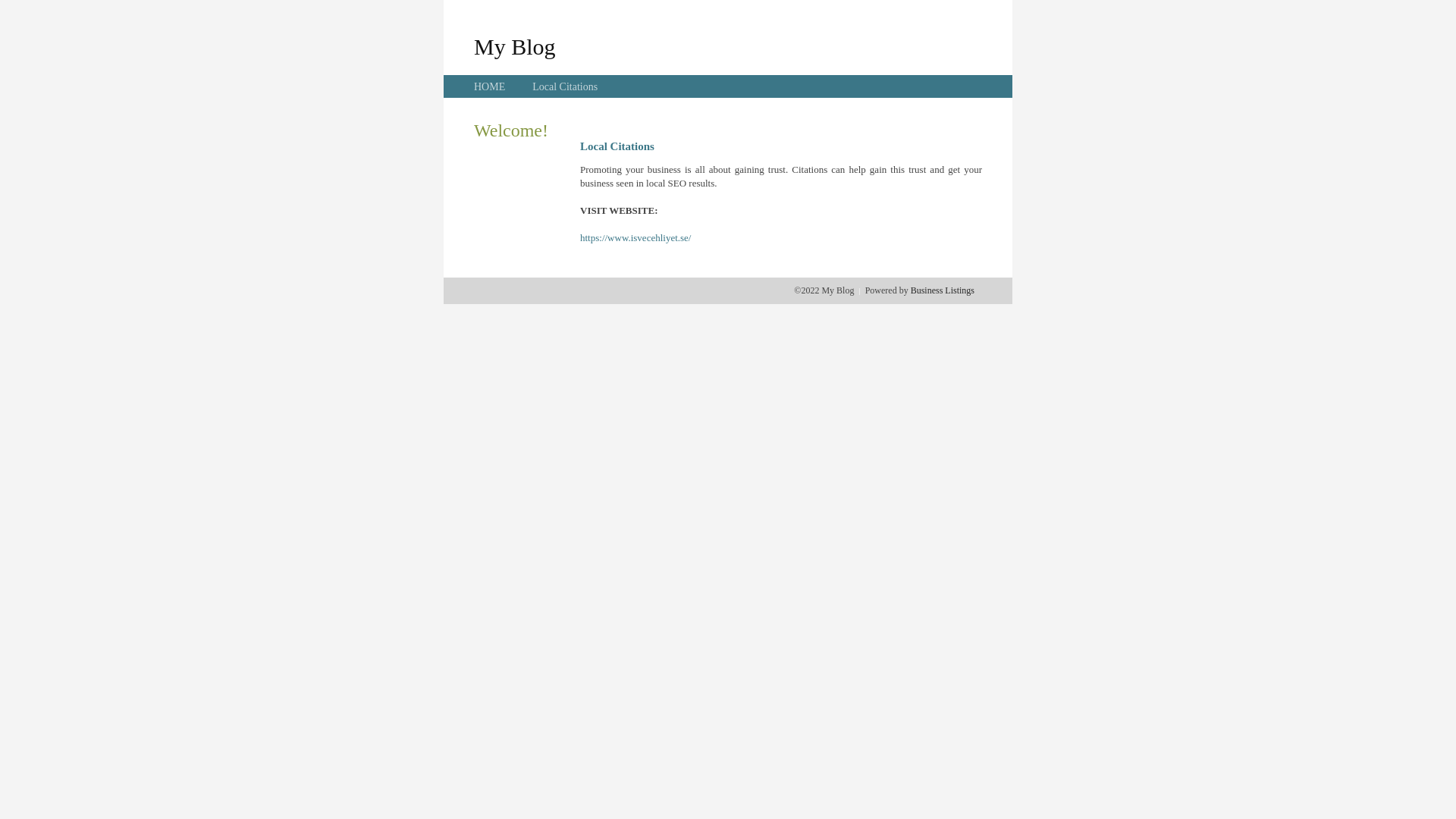  Describe the element at coordinates (635, 237) in the screenshot. I see `'https://www.isvecehliyet.se/'` at that location.